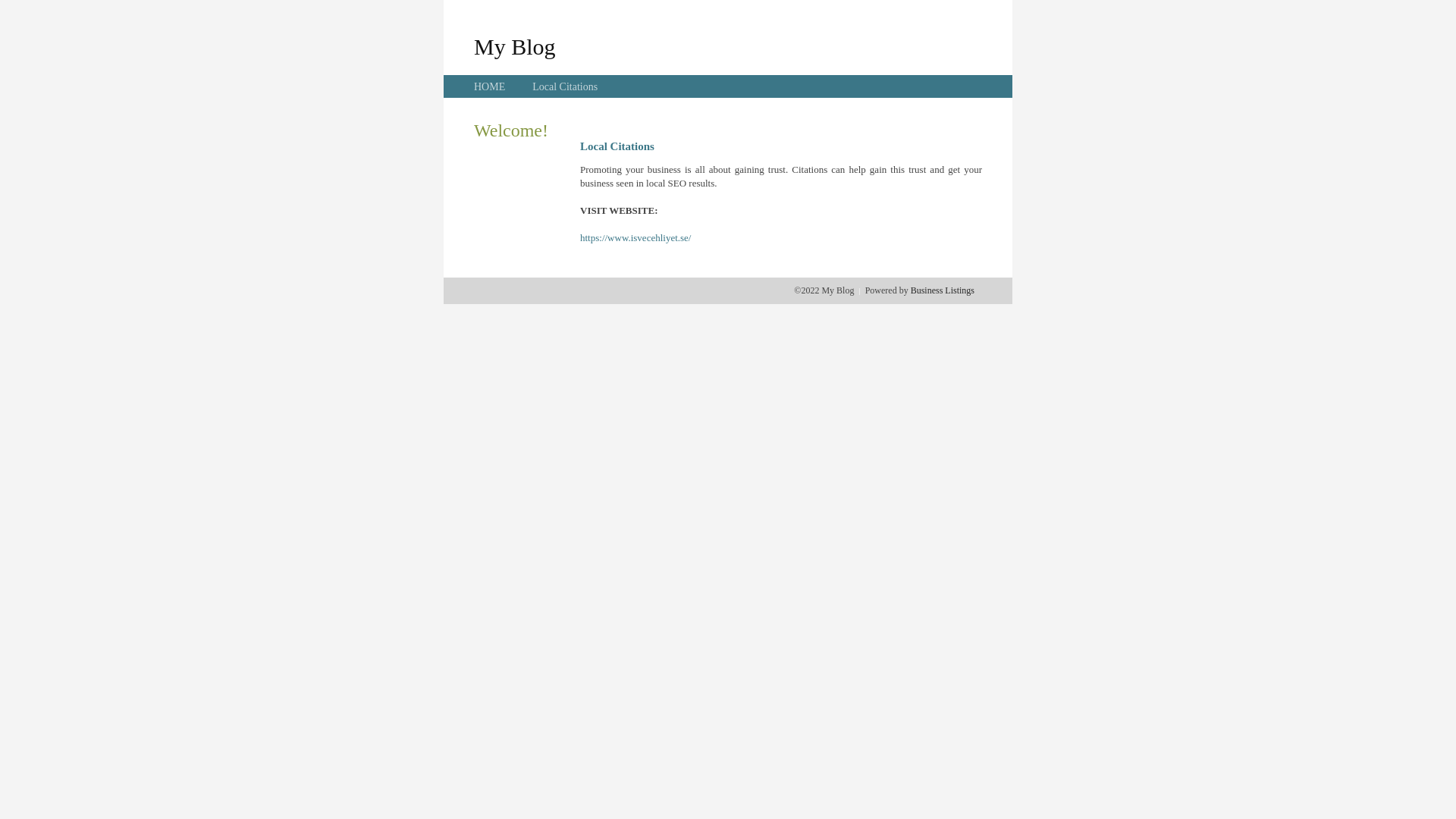  Describe the element at coordinates (635, 237) in the screenshot. I see `'https://www.isvecehliyet.se/'` at that location.